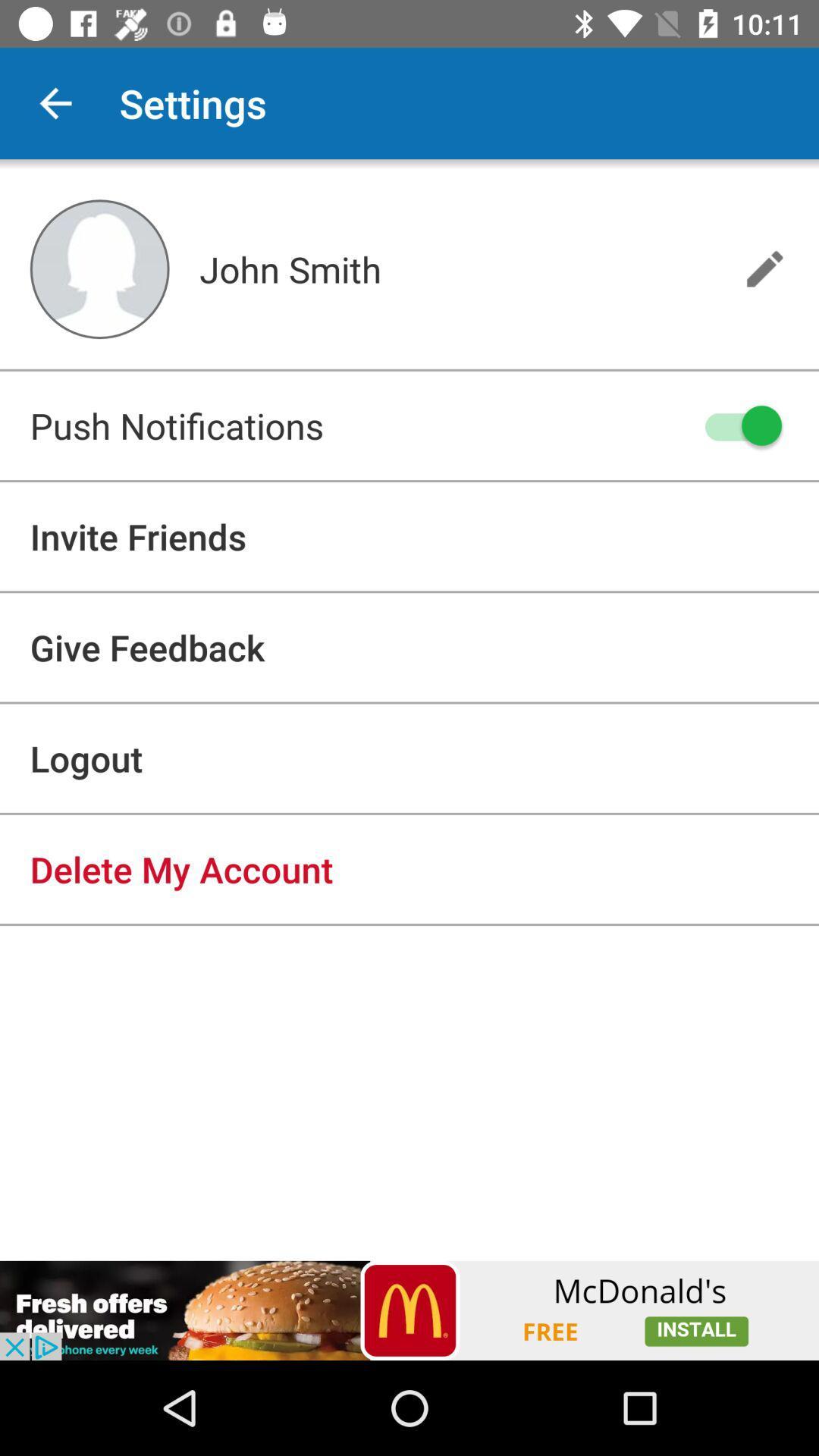 This screenshot has height=1456, width=819. What do you see at coordinates (764, 268) in the screenshot?
I see `write` at bounding box center [764, 268].